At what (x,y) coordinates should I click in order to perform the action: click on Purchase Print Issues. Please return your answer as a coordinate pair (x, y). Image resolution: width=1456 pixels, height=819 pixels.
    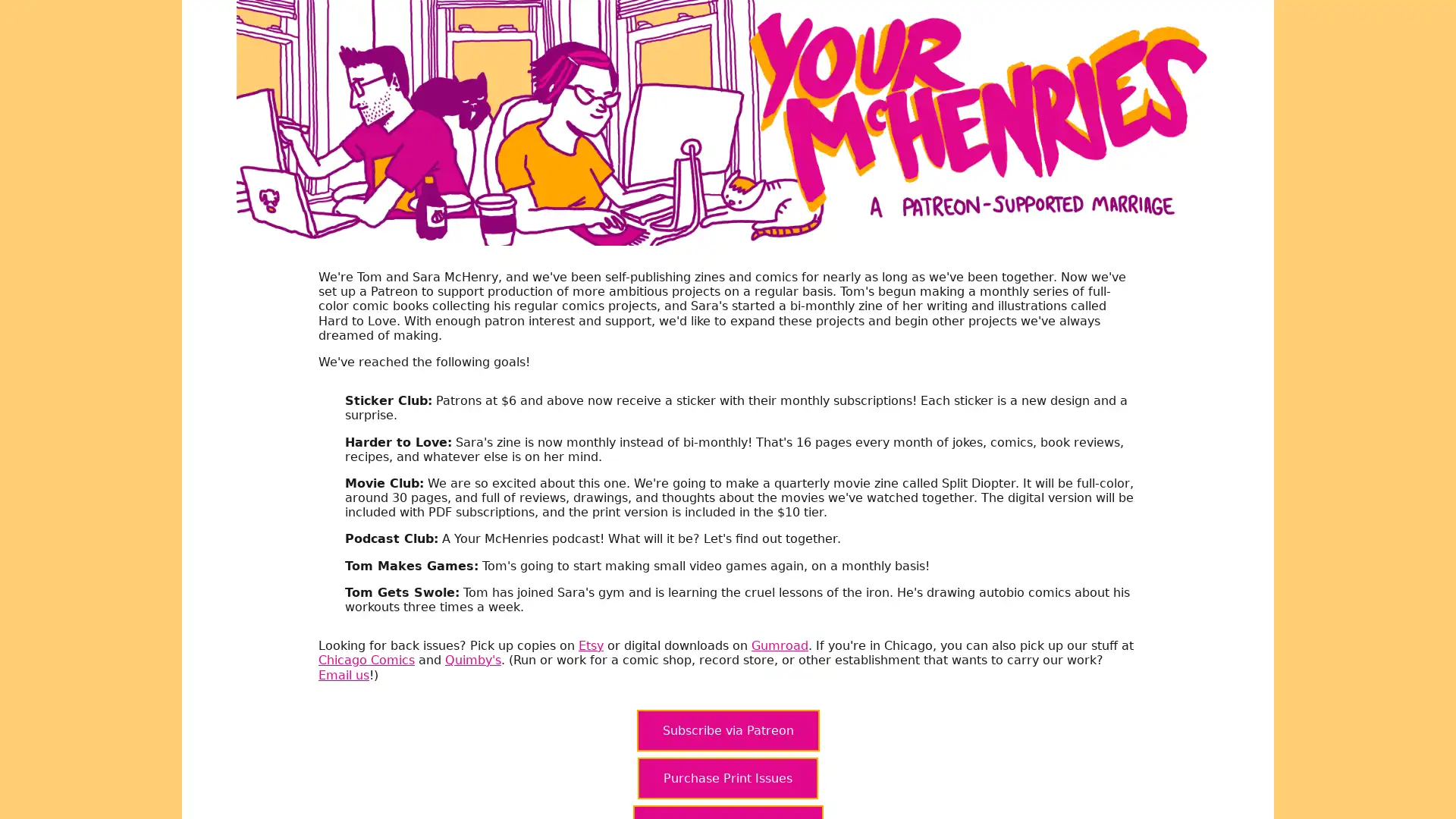
    Looking at the image, I should click on (728, 777).